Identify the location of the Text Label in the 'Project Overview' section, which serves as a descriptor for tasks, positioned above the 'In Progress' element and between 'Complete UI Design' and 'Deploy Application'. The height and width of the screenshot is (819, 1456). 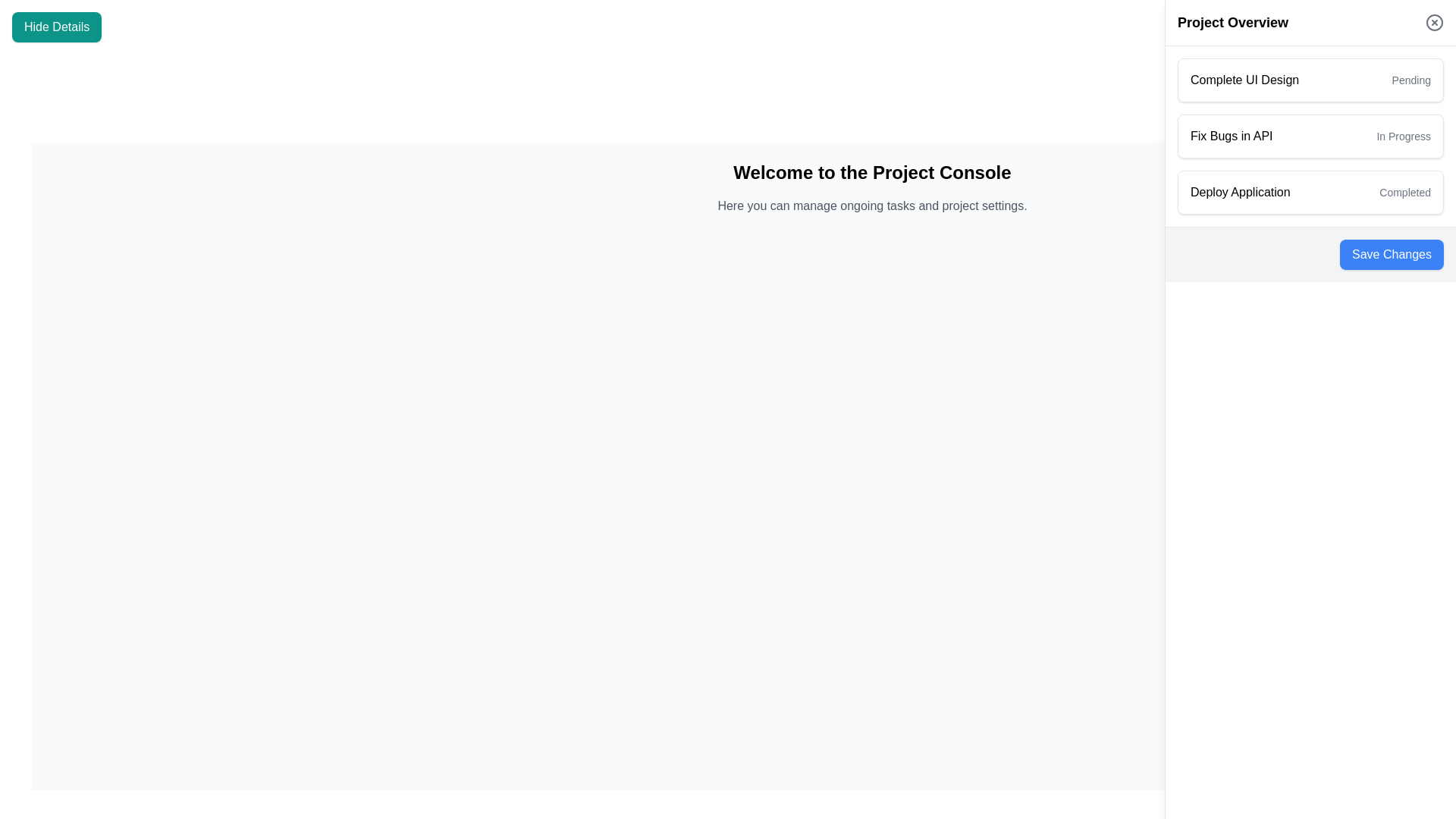
(1232, 136).